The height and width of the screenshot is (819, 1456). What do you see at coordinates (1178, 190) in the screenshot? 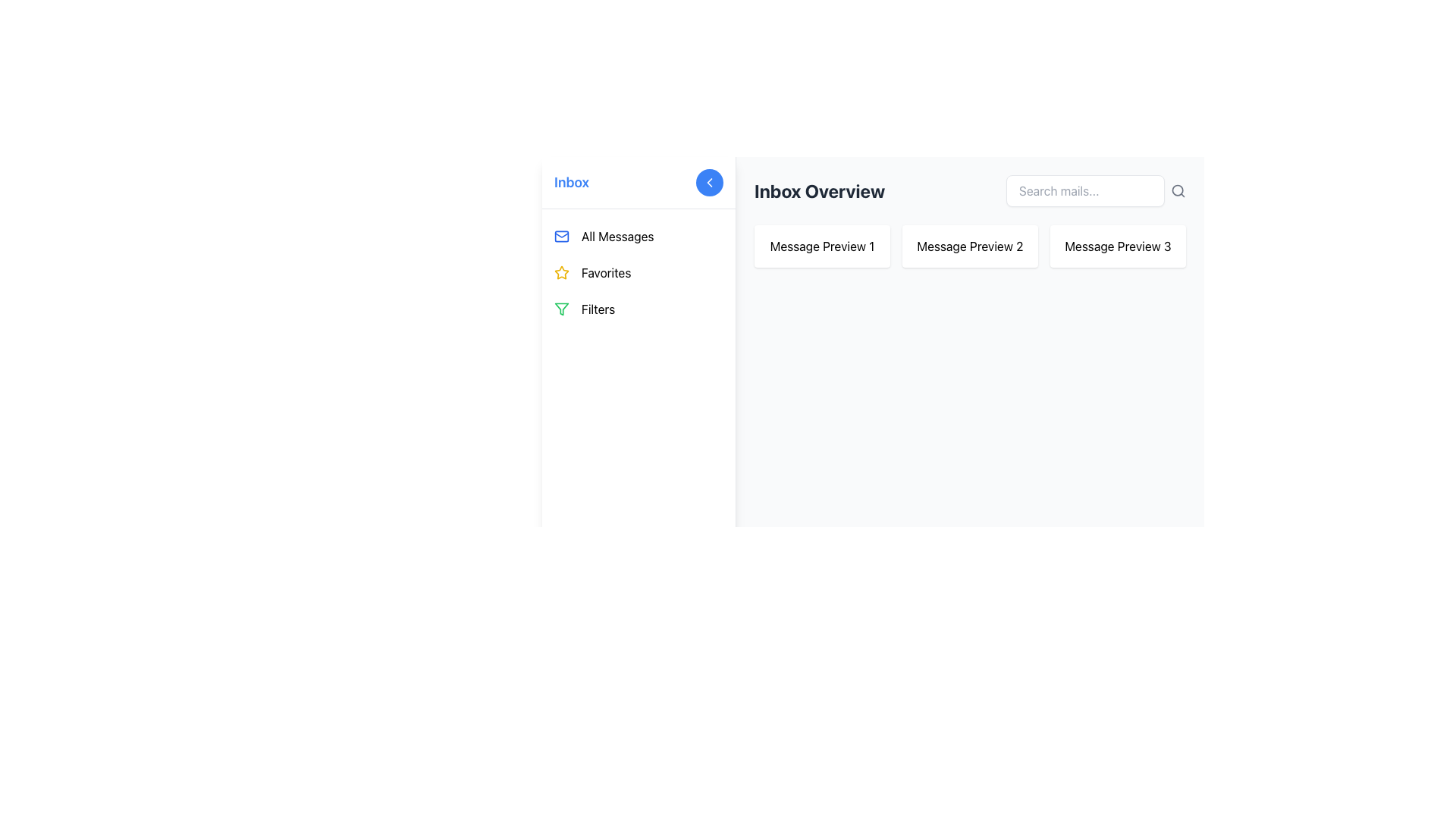
I see `the search icon located at the top-right corner of the central content area` at bounding box center [1178, 190].